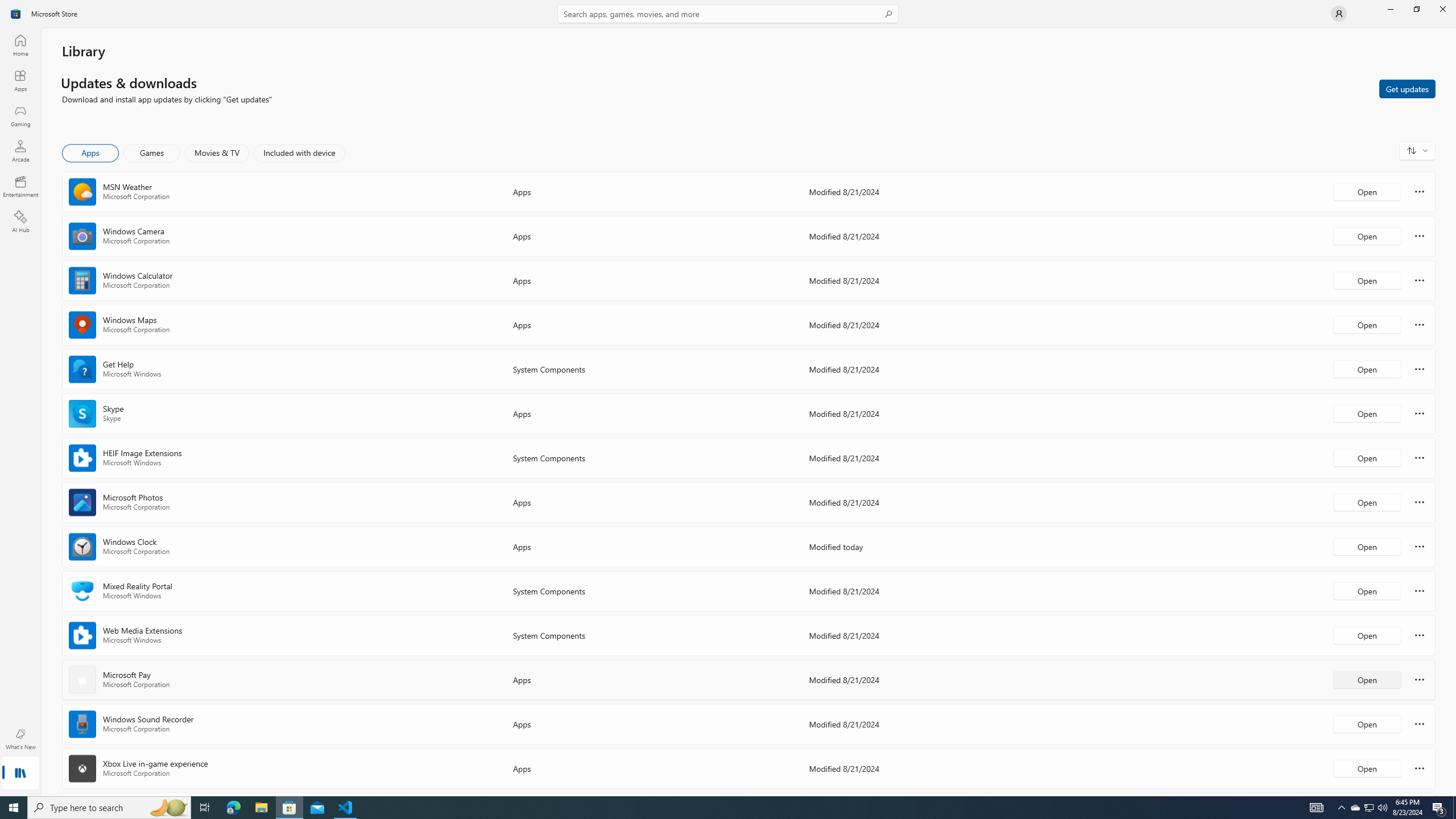  What do you see at coordinates (19, 80) in the screenshot?
I see `'Apps'` at bounding box center [19, 80].